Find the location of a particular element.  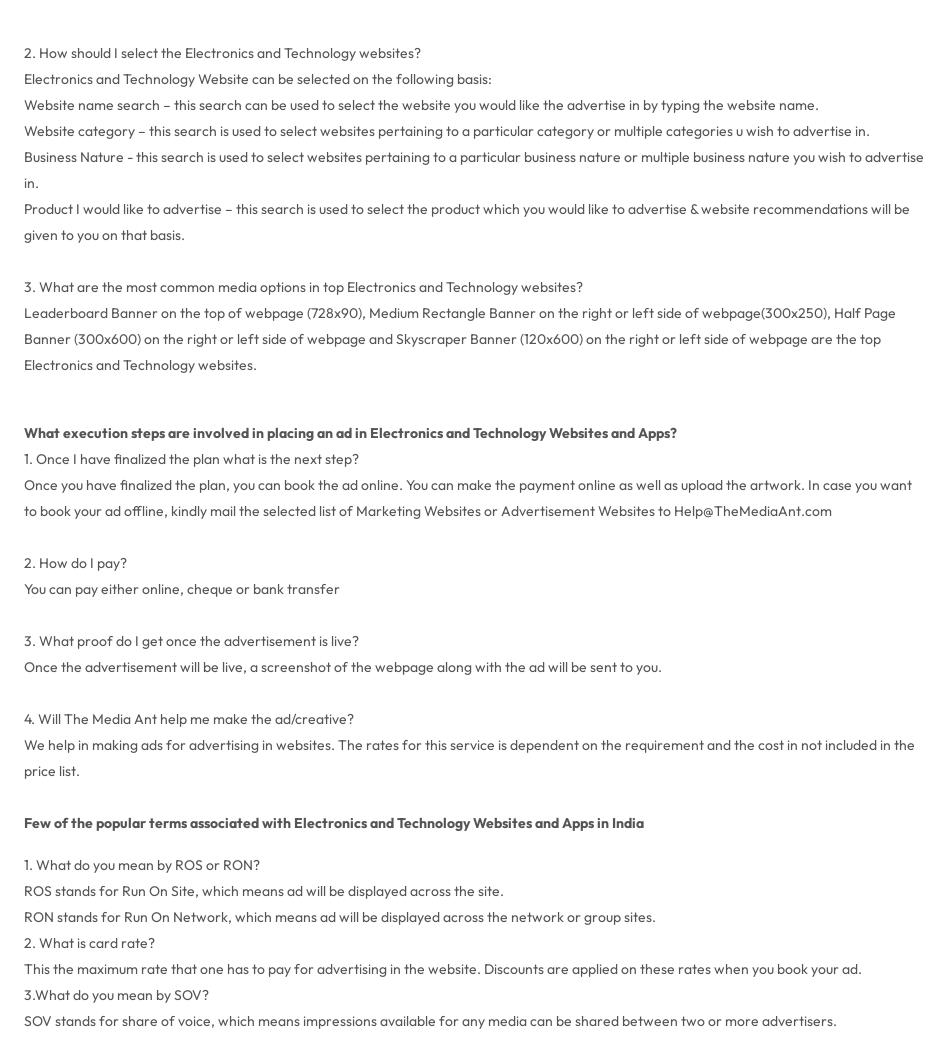

'2. What is card rate?' is located at coordinates (22, 941).